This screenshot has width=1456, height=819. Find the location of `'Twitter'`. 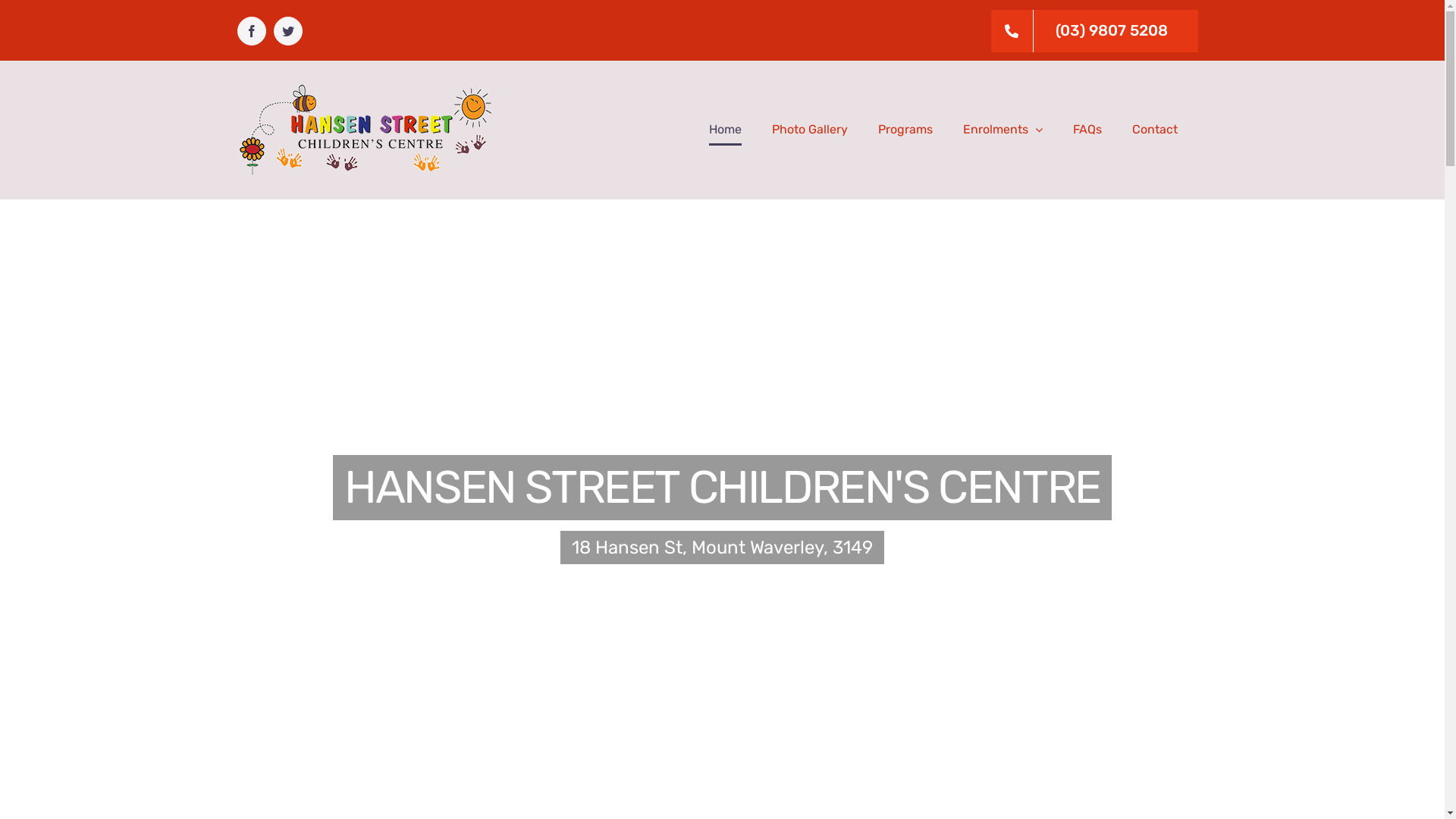

'Twitter' is located at coordinates (273, 31).